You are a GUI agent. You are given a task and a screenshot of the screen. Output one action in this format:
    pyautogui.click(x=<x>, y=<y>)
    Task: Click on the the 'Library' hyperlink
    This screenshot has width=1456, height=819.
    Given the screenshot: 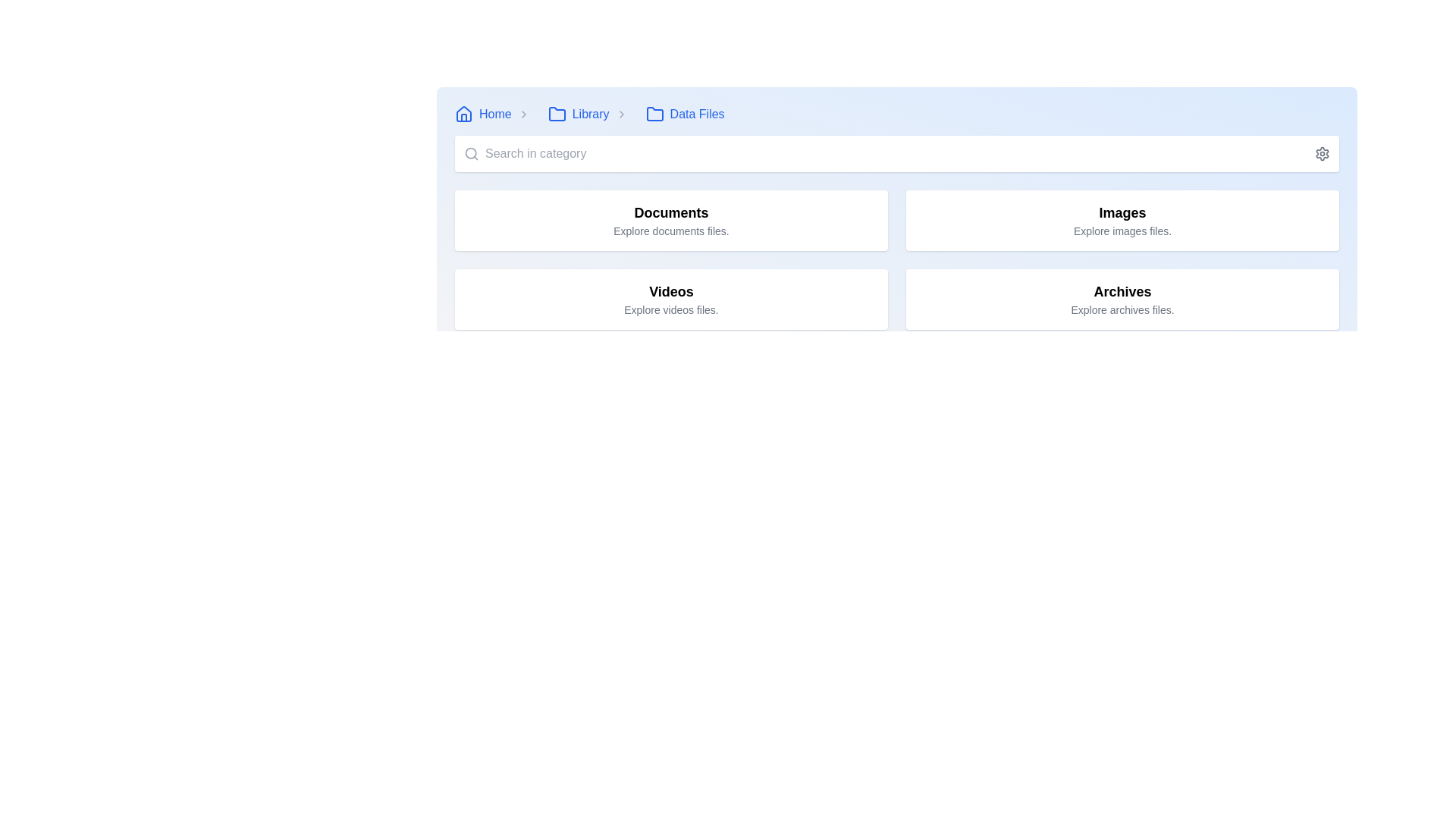 What is the action you would take?
    pyautogui.click(x=578, y=113)
    